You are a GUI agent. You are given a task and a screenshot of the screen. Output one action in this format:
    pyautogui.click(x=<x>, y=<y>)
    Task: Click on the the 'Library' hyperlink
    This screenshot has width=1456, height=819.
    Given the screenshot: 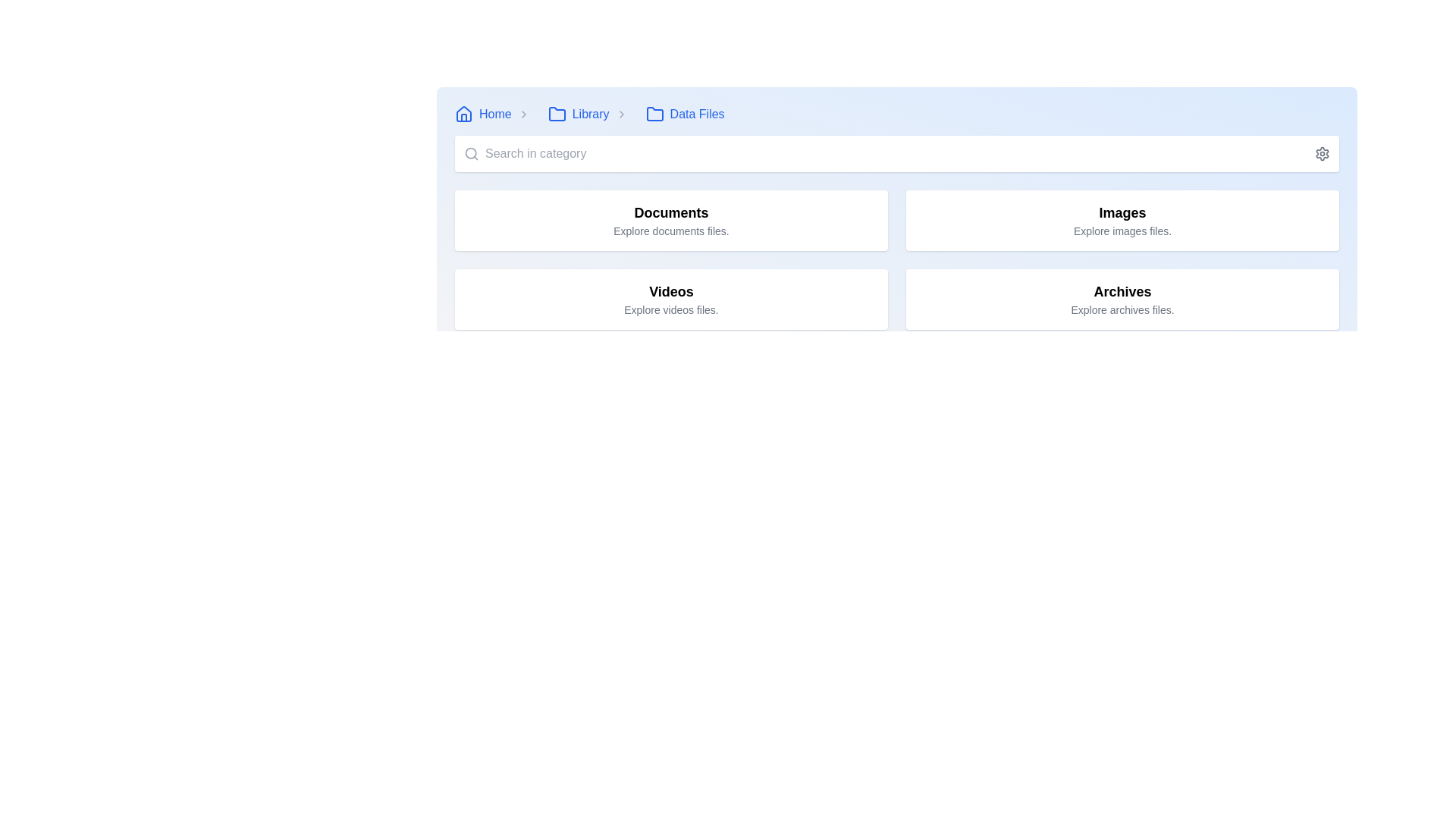 What is the action you would take?
    pyautogui.click(x=578, y=113)
    